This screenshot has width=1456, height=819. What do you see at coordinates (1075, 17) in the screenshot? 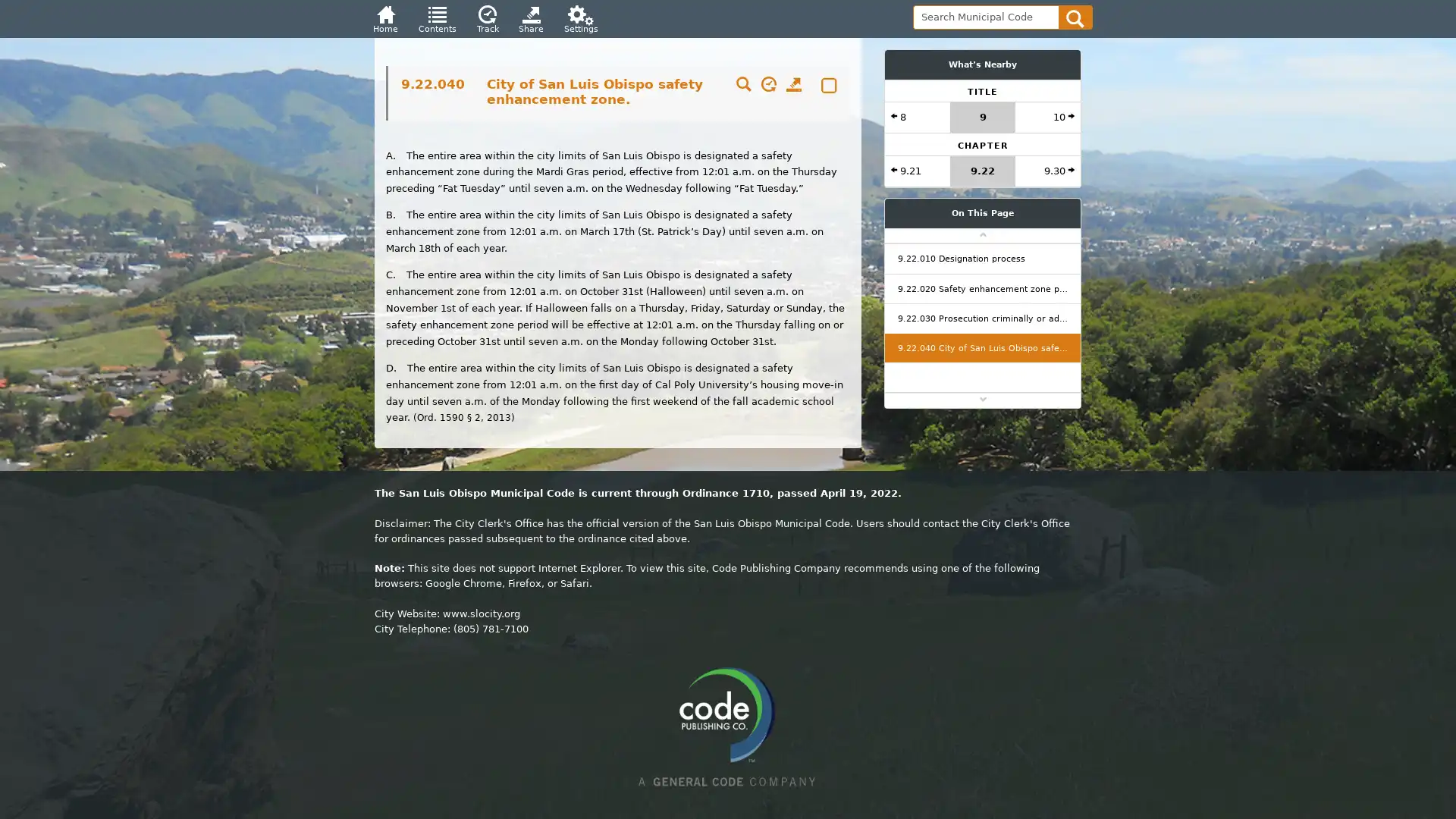
I see `Search the Municipal Code for the term(s) you entered.` at bounding box center [1075, 17].